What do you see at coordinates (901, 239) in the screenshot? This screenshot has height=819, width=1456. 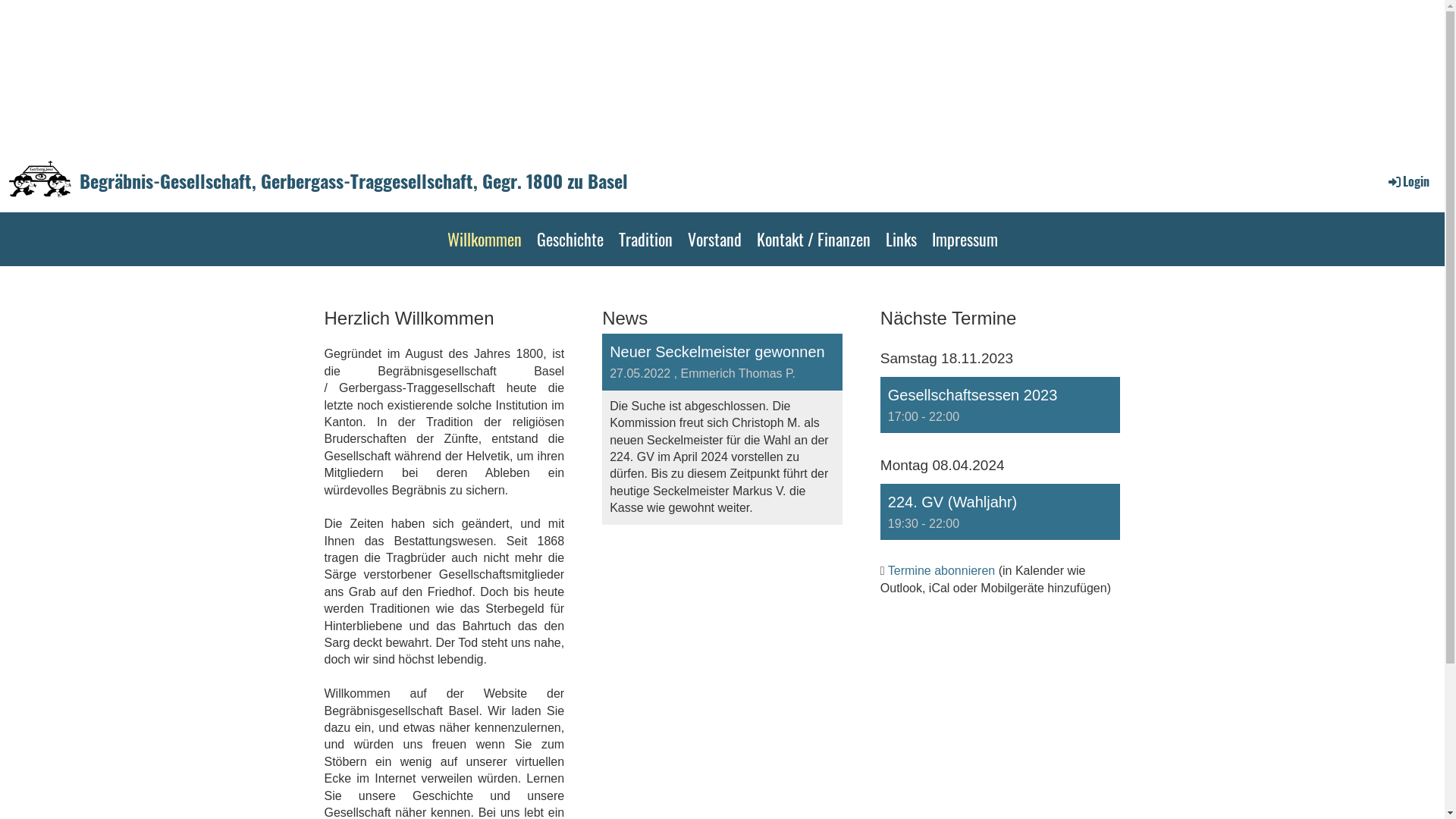 I see `'Links'` at bounding box center [901, 239].